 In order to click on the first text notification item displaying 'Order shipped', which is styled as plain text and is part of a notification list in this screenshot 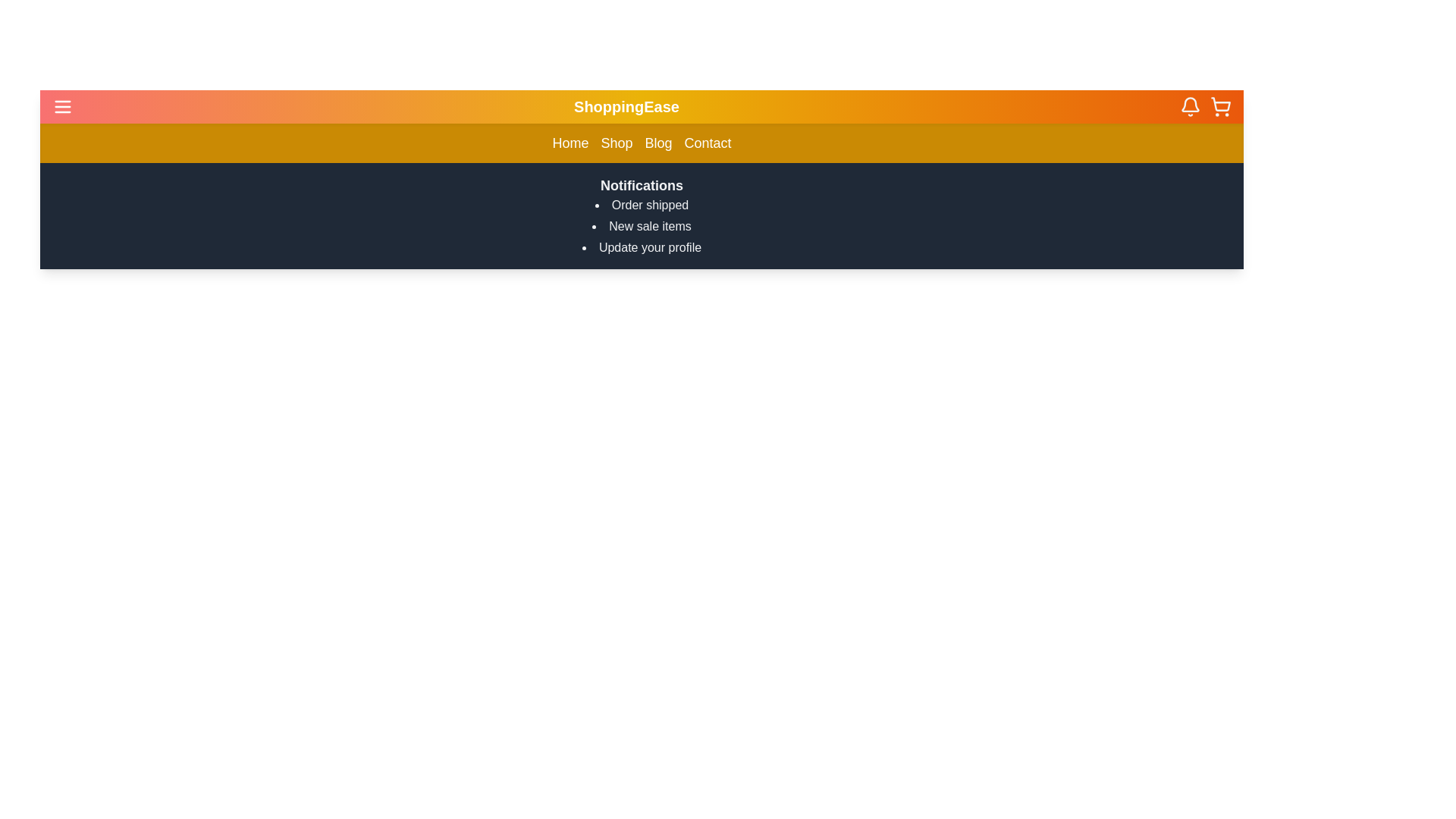, I will do `click(642, 205)`.